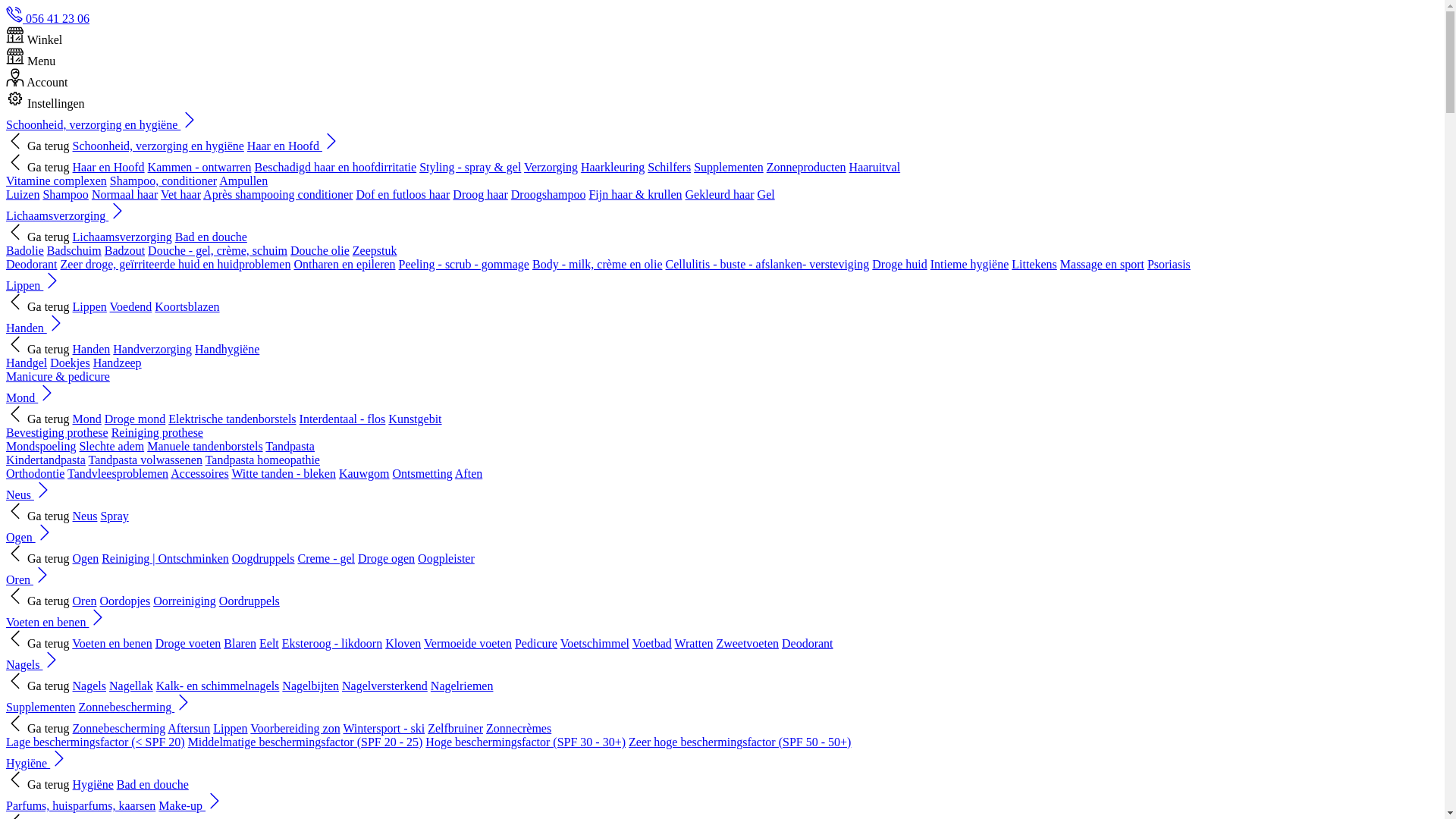 This screenshot has height=819, width=1456. What do you see at coordinates (94, 741) in the screenshot?
I see `'Lage beschermingsfactor (< SPF 20)'` at bounding box center [94, 741].